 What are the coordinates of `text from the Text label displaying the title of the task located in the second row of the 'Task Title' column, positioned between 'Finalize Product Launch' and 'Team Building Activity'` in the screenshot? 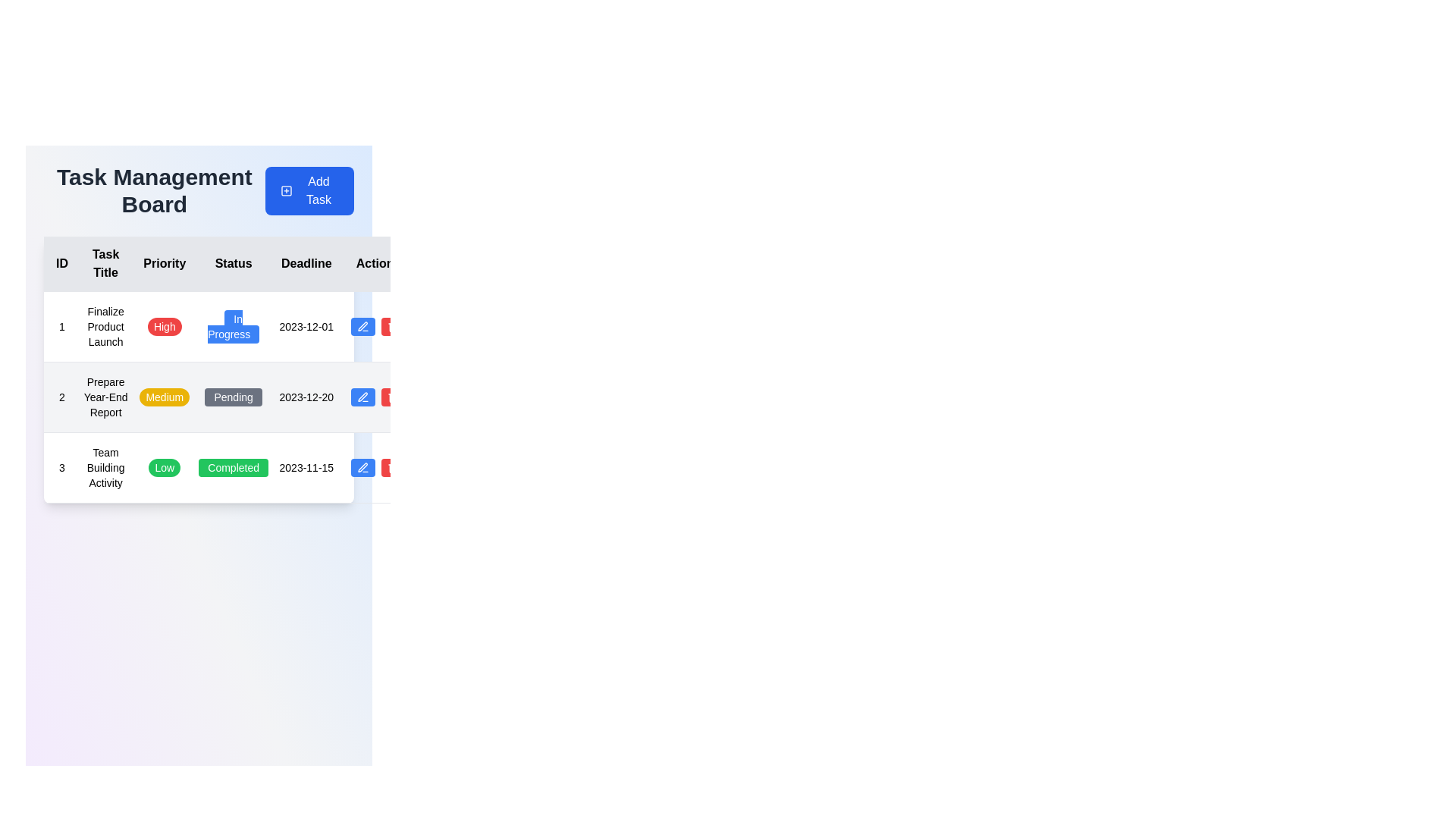 It's located at (105, 397).